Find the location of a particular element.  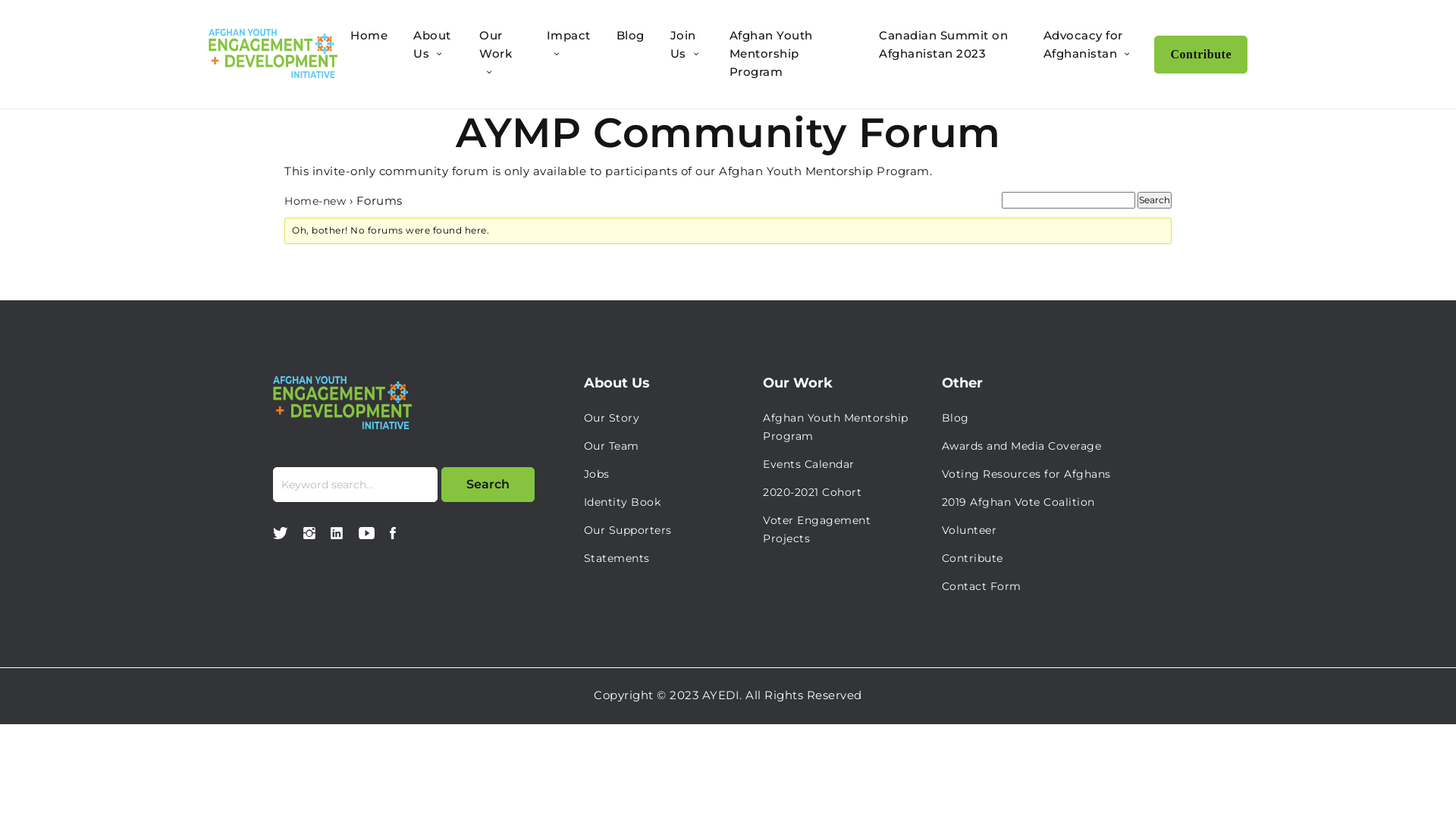

'Volunteer' is located at coordinates (968, 529).